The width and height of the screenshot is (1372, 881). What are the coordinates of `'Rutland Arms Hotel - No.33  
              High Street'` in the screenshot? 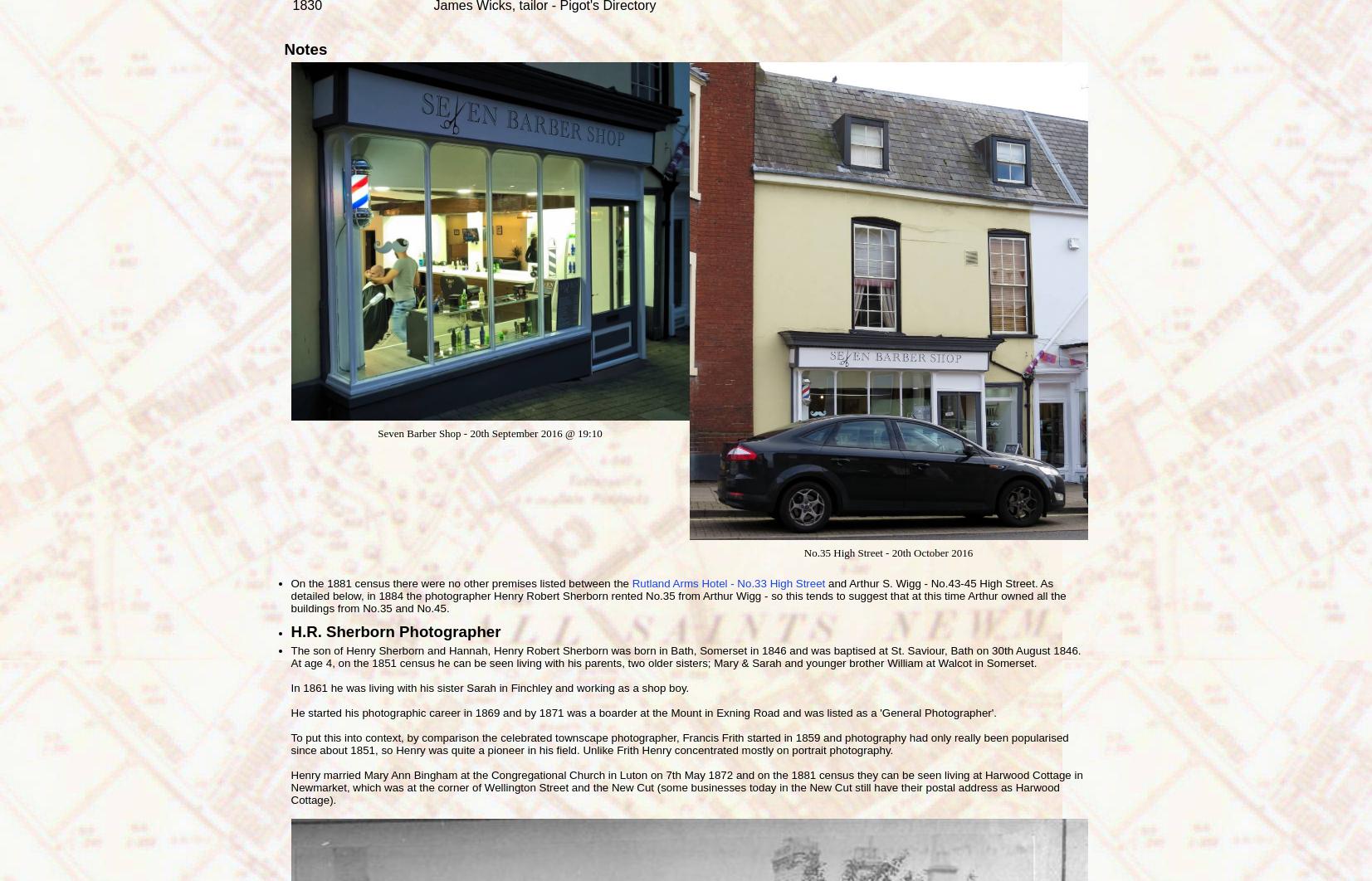 It's located at (728, 583).